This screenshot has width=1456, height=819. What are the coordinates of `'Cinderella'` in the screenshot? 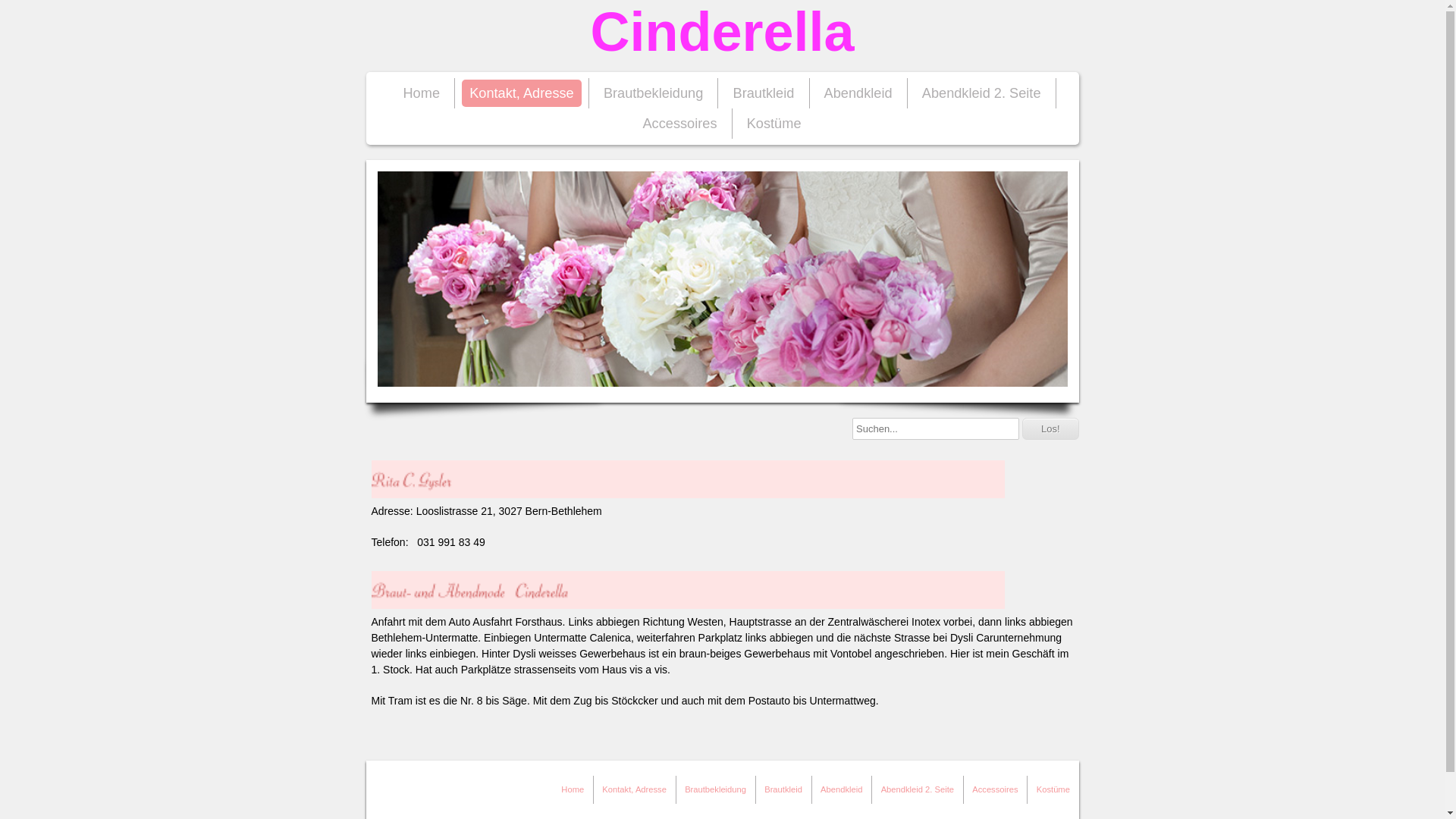 It's located at (720, 35).